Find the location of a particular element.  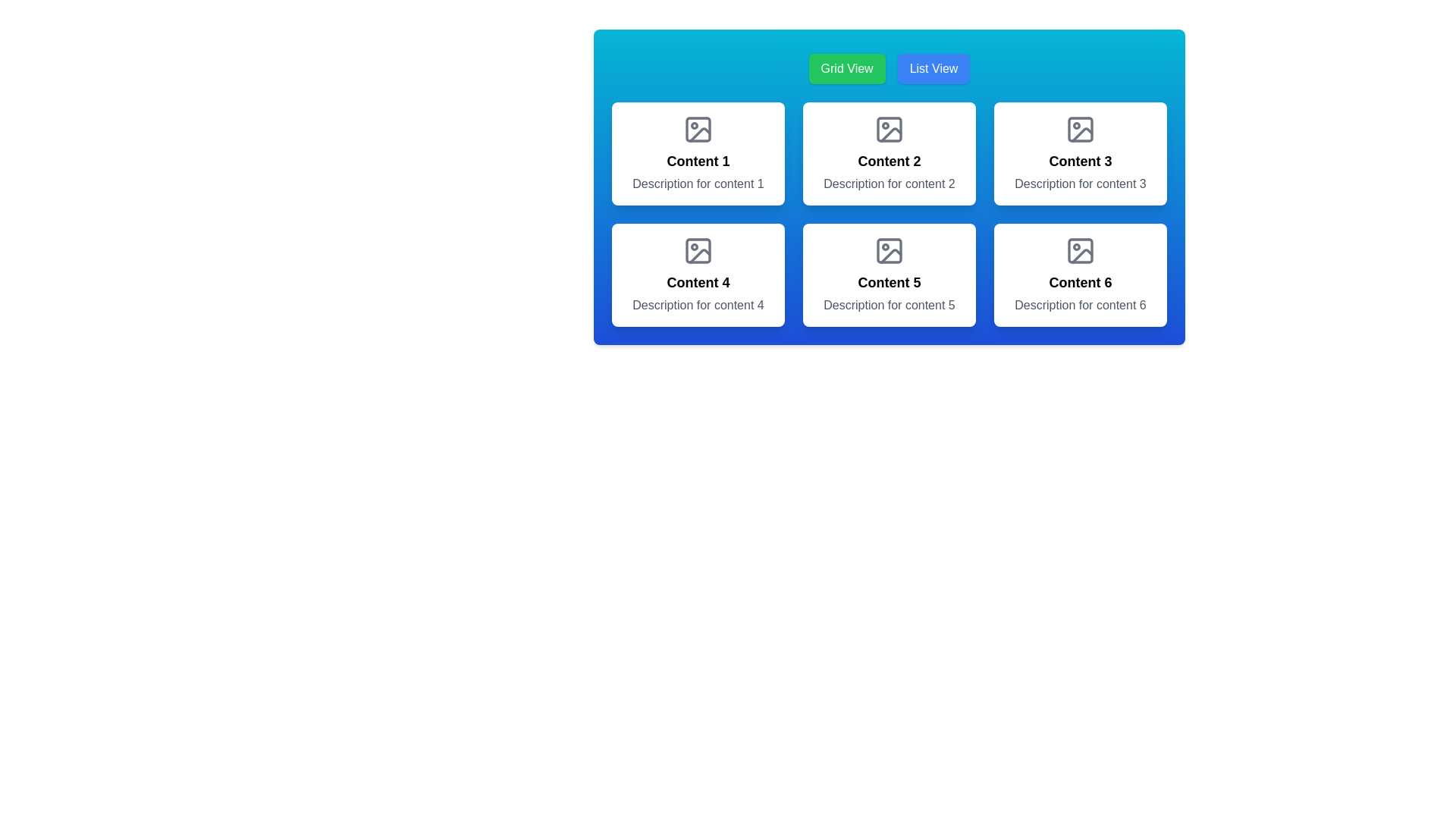

displayed text of the bold text label showing 'Content 5', which is located in the second row, second column of the grid layout is located at coordinates (889, 283).